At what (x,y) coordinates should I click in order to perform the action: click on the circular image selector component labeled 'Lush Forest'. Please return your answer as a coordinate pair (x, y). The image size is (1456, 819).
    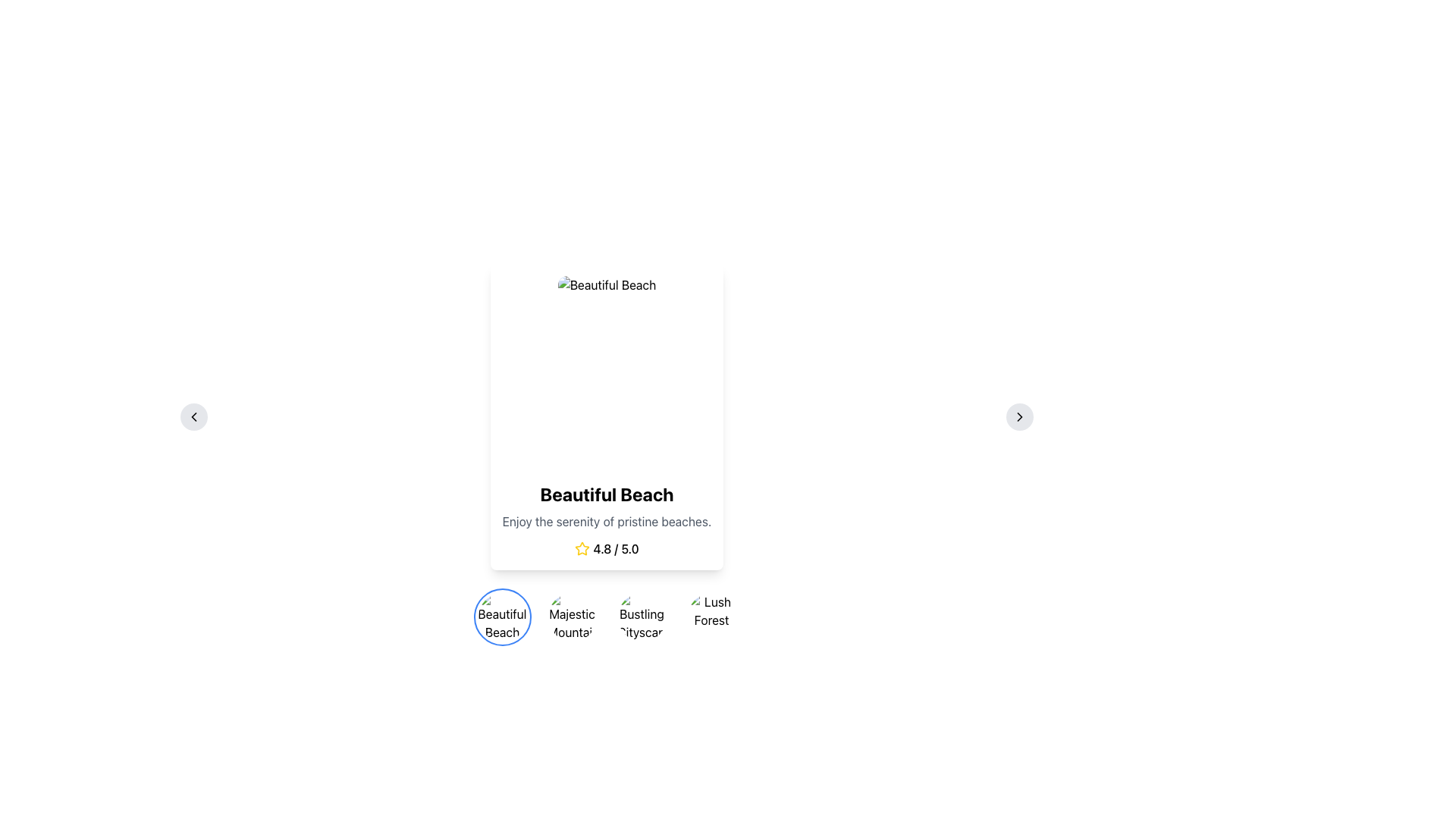
    Looking at the image, I should click on (711, 617).